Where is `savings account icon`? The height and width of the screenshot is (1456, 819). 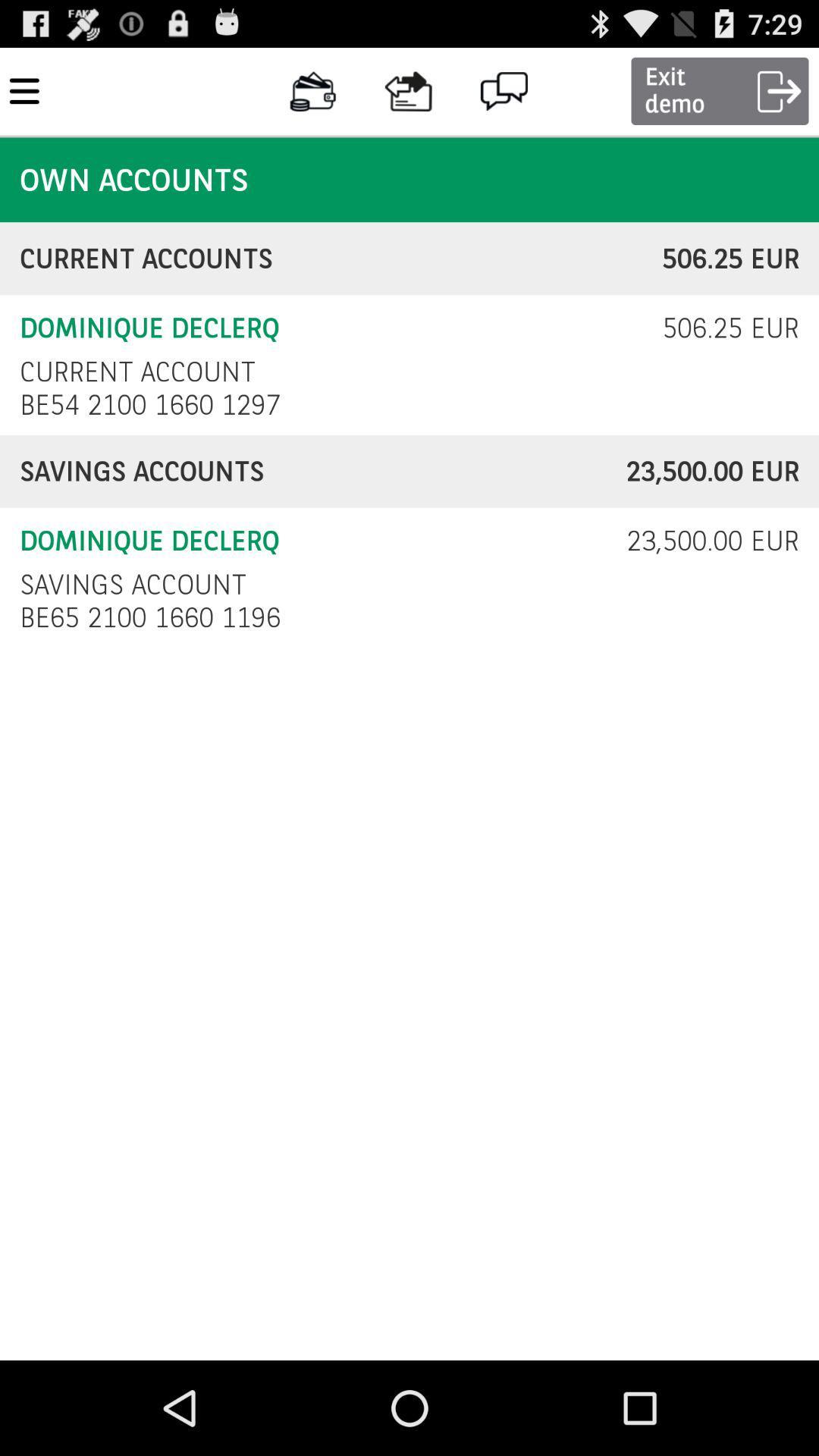
savings account icon is located at coordinates (132, 584).